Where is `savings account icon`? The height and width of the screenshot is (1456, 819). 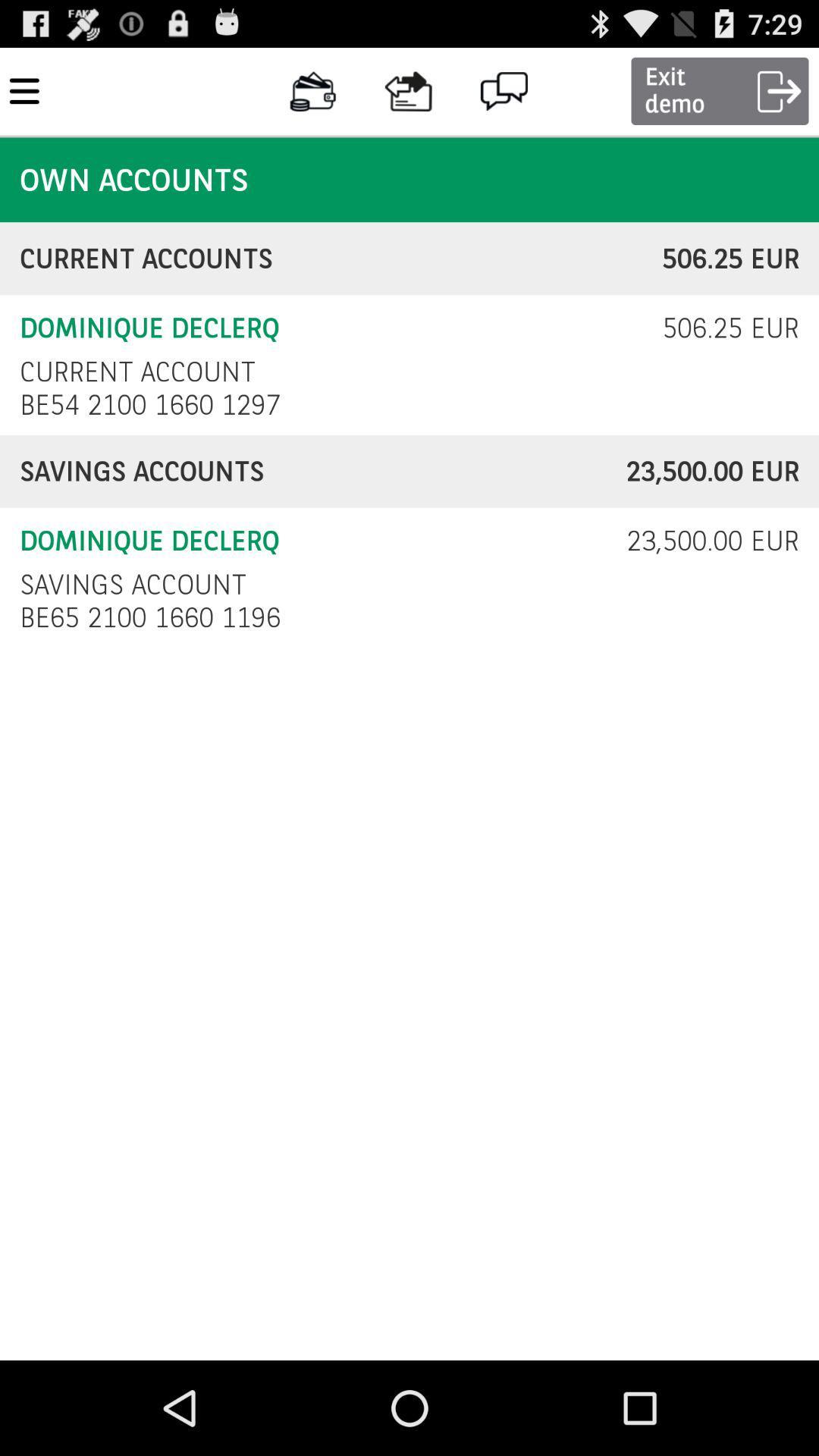
savings account icon is located at coordinates (132, 584).